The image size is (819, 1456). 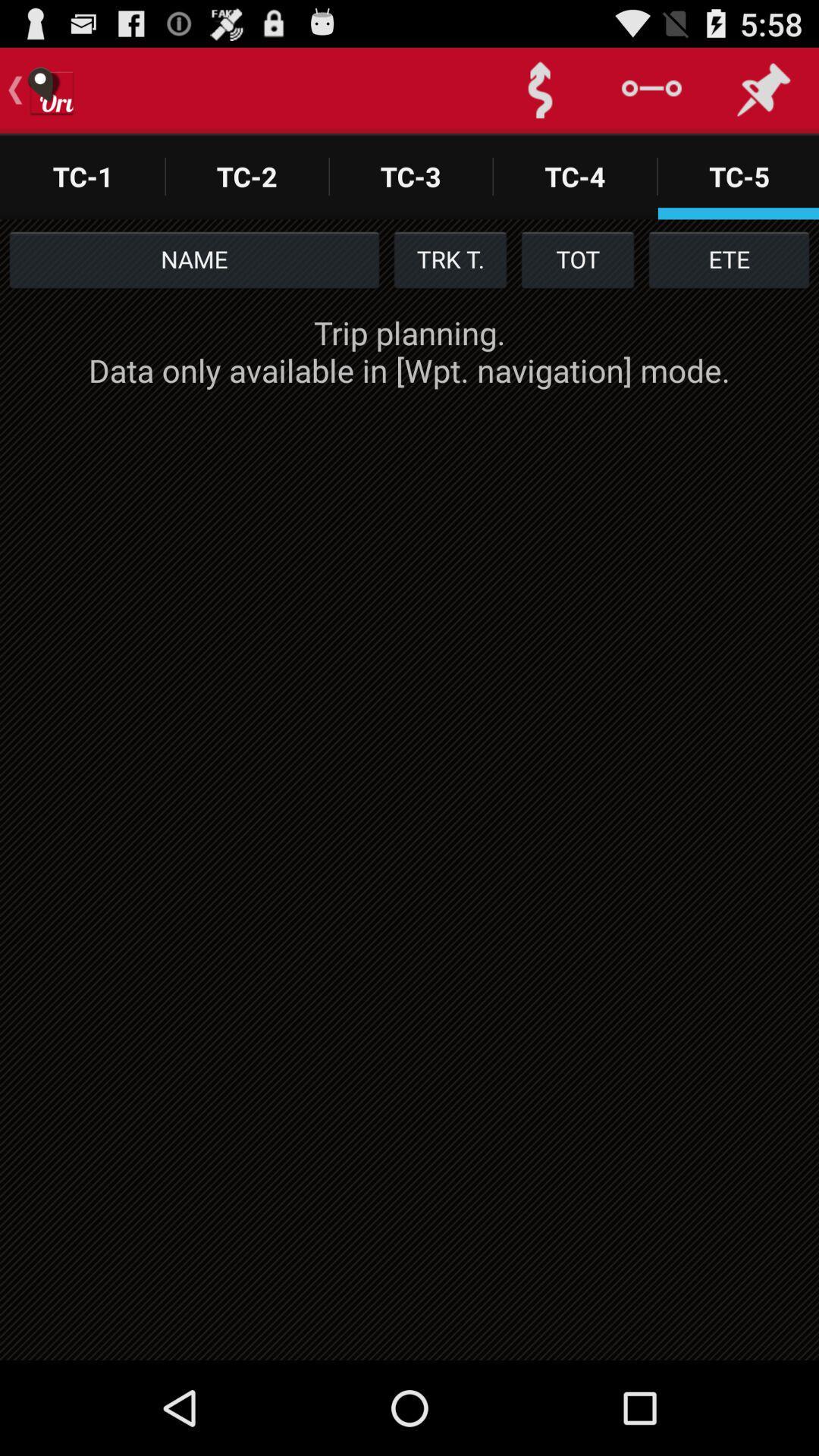 I want to click on the app above trip planning data app, so click(x=193, y=259).